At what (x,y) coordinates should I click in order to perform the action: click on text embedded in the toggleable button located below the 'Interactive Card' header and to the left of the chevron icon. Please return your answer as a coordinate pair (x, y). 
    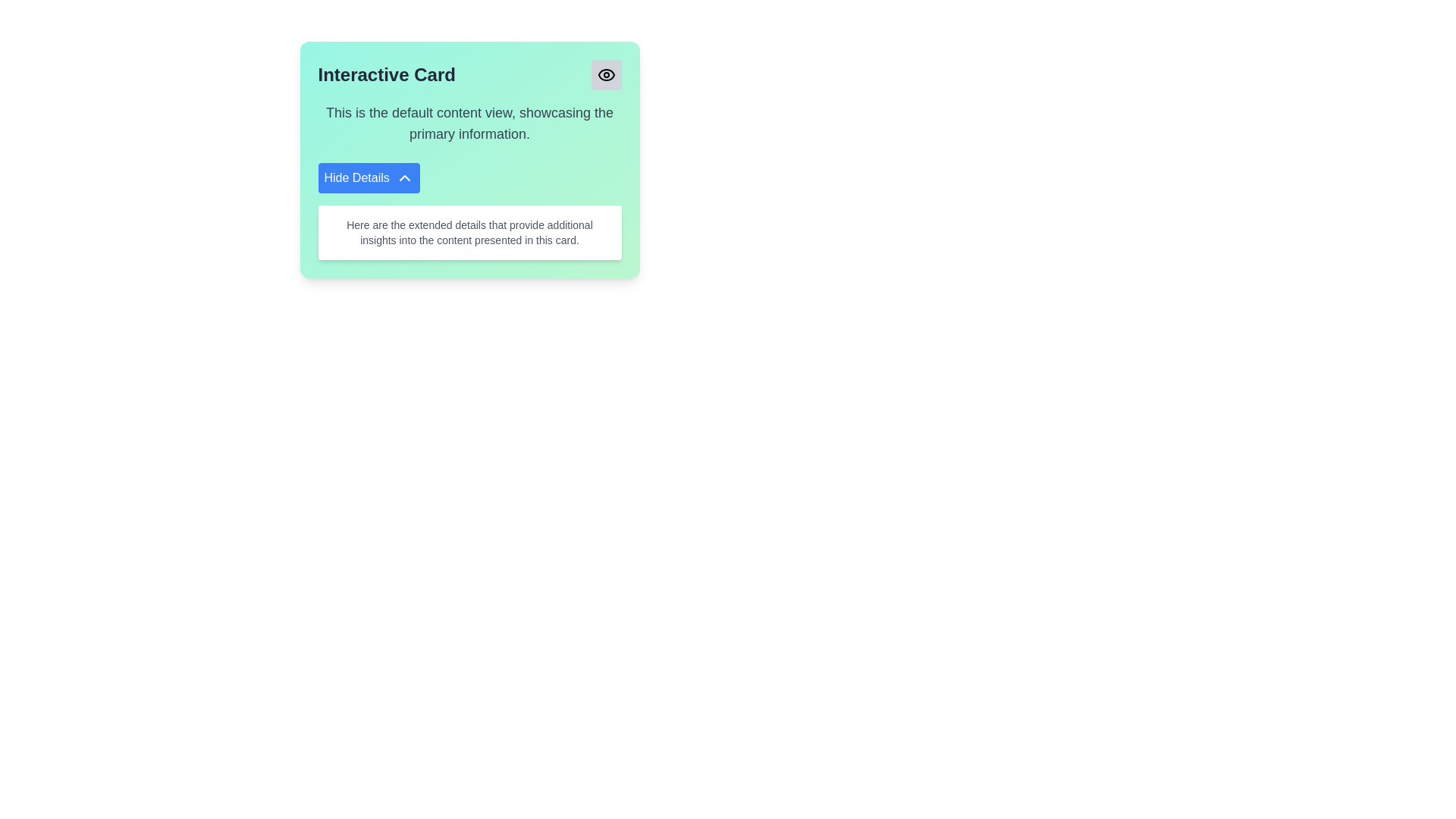
    Looking at the image, I should click on (356, 177).